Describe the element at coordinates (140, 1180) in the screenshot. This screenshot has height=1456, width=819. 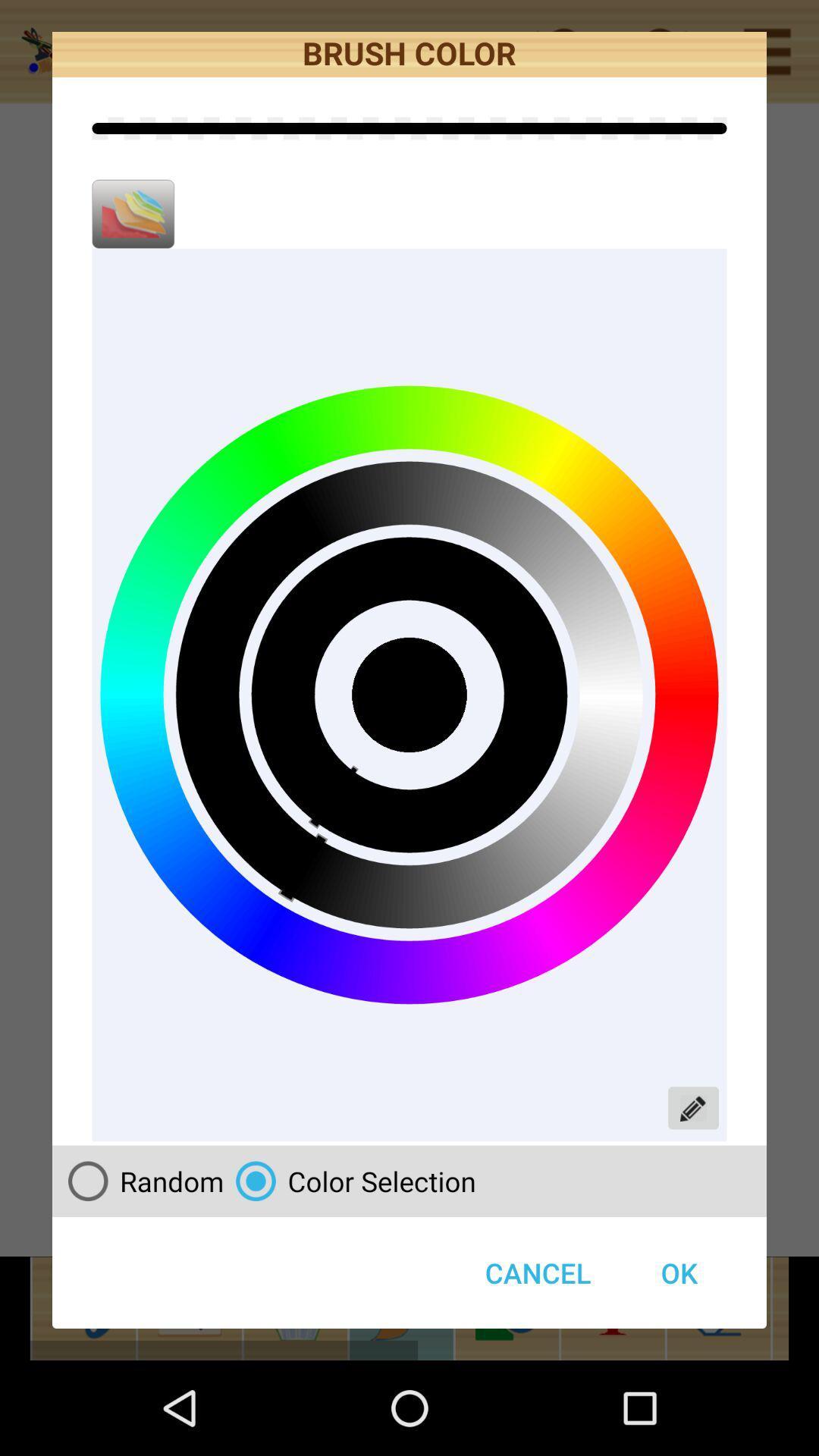
I see `item to the left of color selection icon` at that location.